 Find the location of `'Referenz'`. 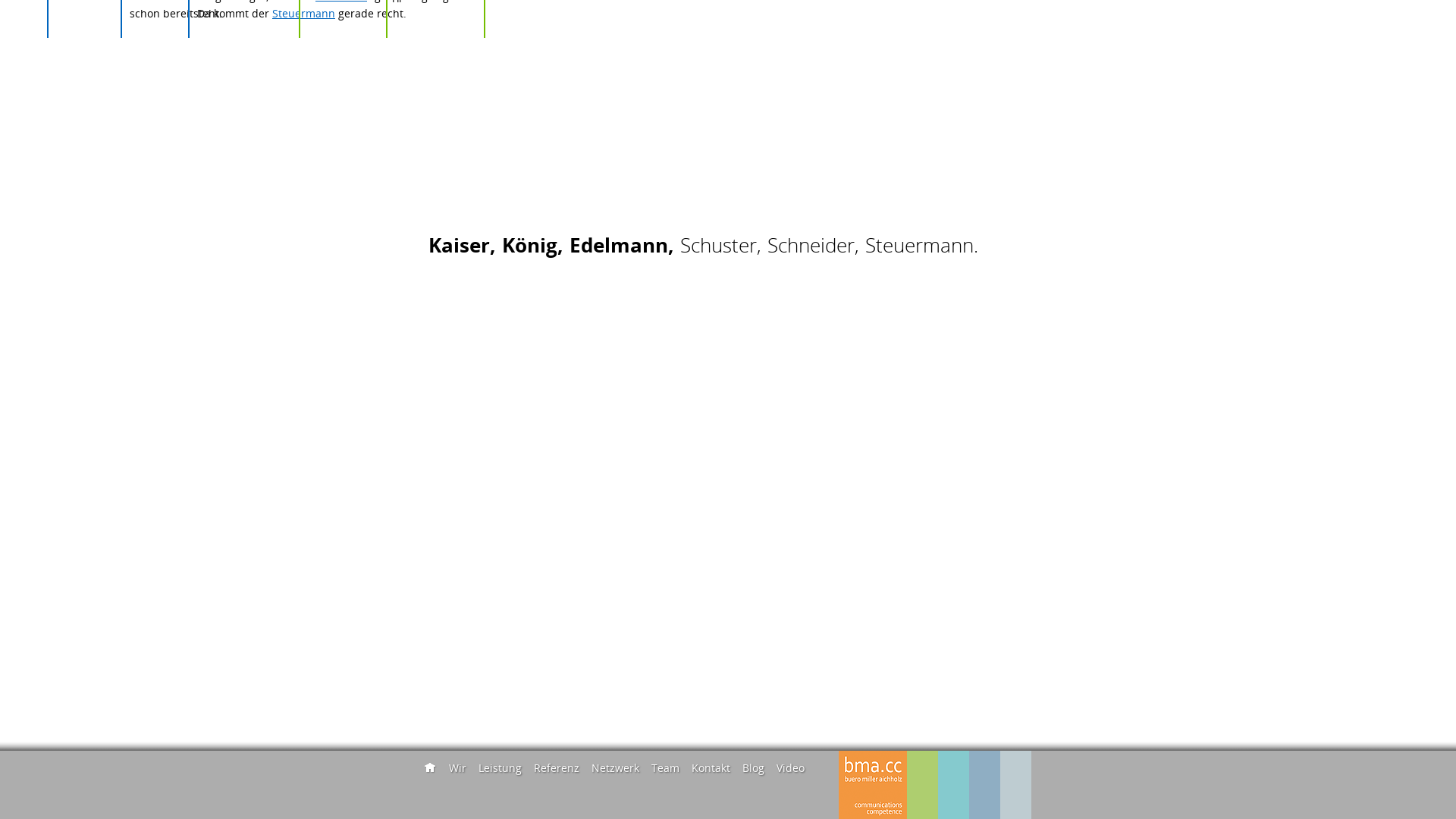

'Referenz' is located at coordinates (556, 767).